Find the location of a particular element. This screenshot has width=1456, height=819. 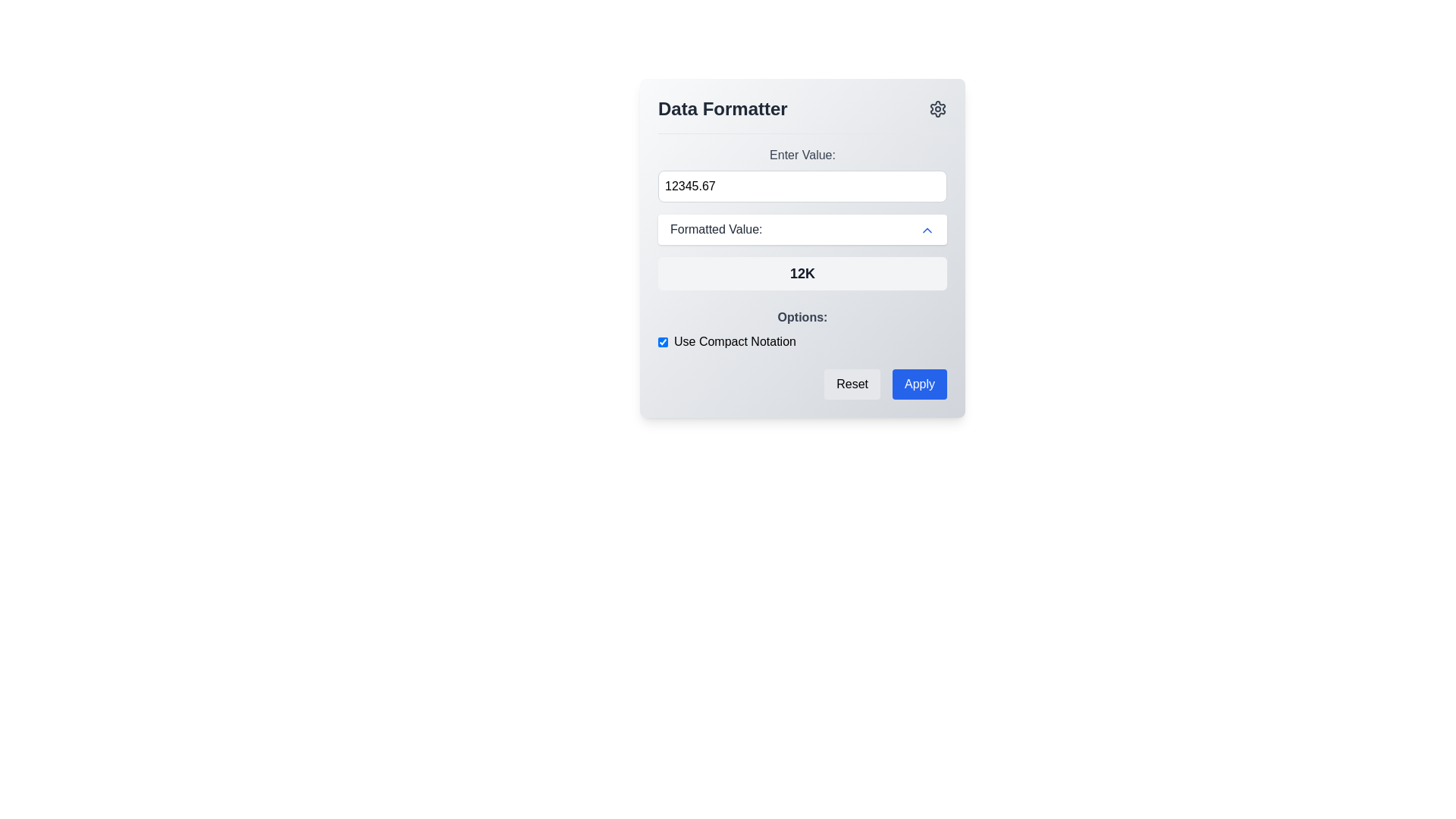

the text display component that shows '12K', styled with a large font size, dark gray text on a light gray background, located in the 'Data Formatter' dialog box below 'Formatted Value:' and above 'Options:' is located at coordinates (802, 274).